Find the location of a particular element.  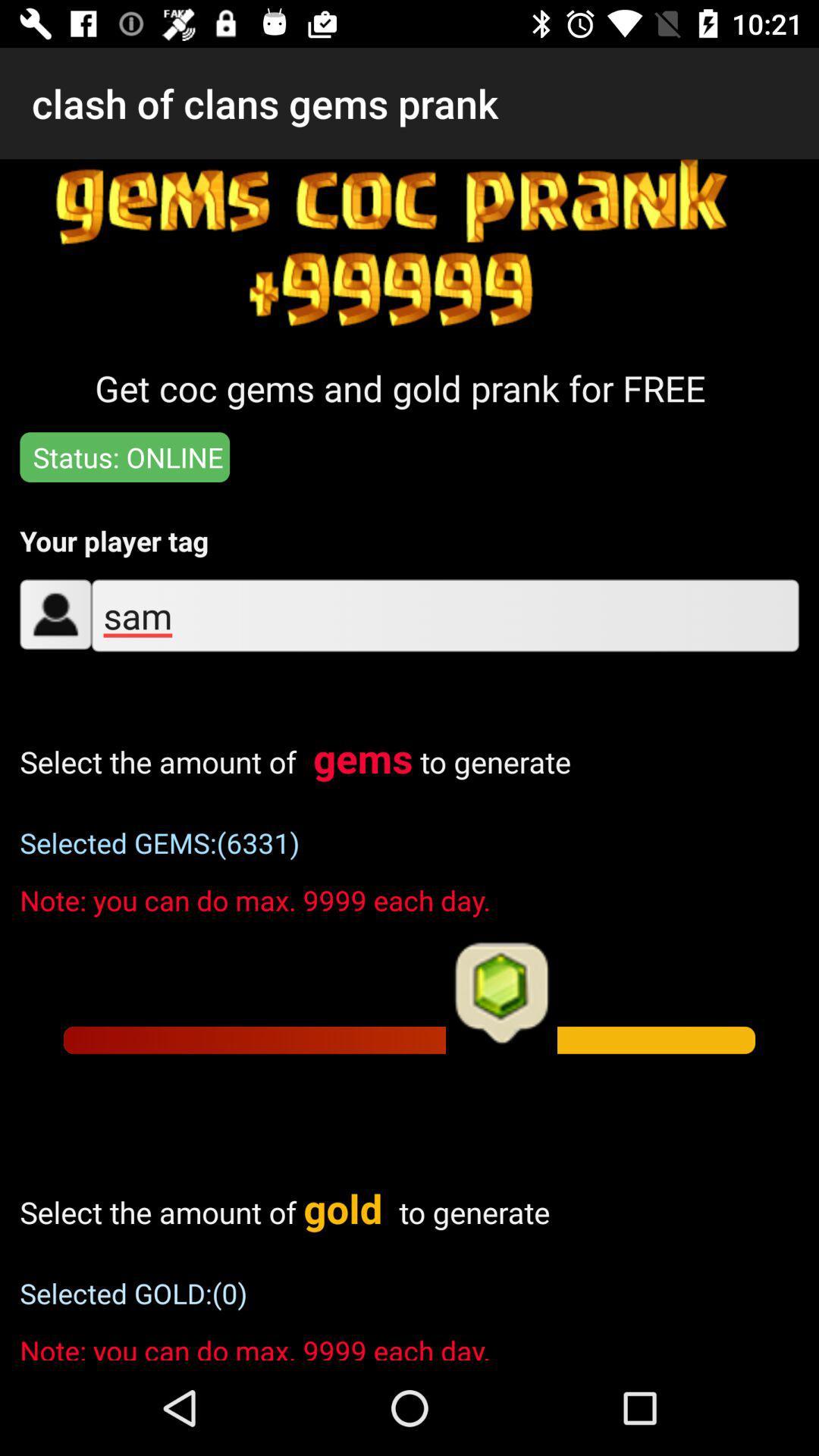

icon below the your player tag icon is located at coordinates (444, 615).